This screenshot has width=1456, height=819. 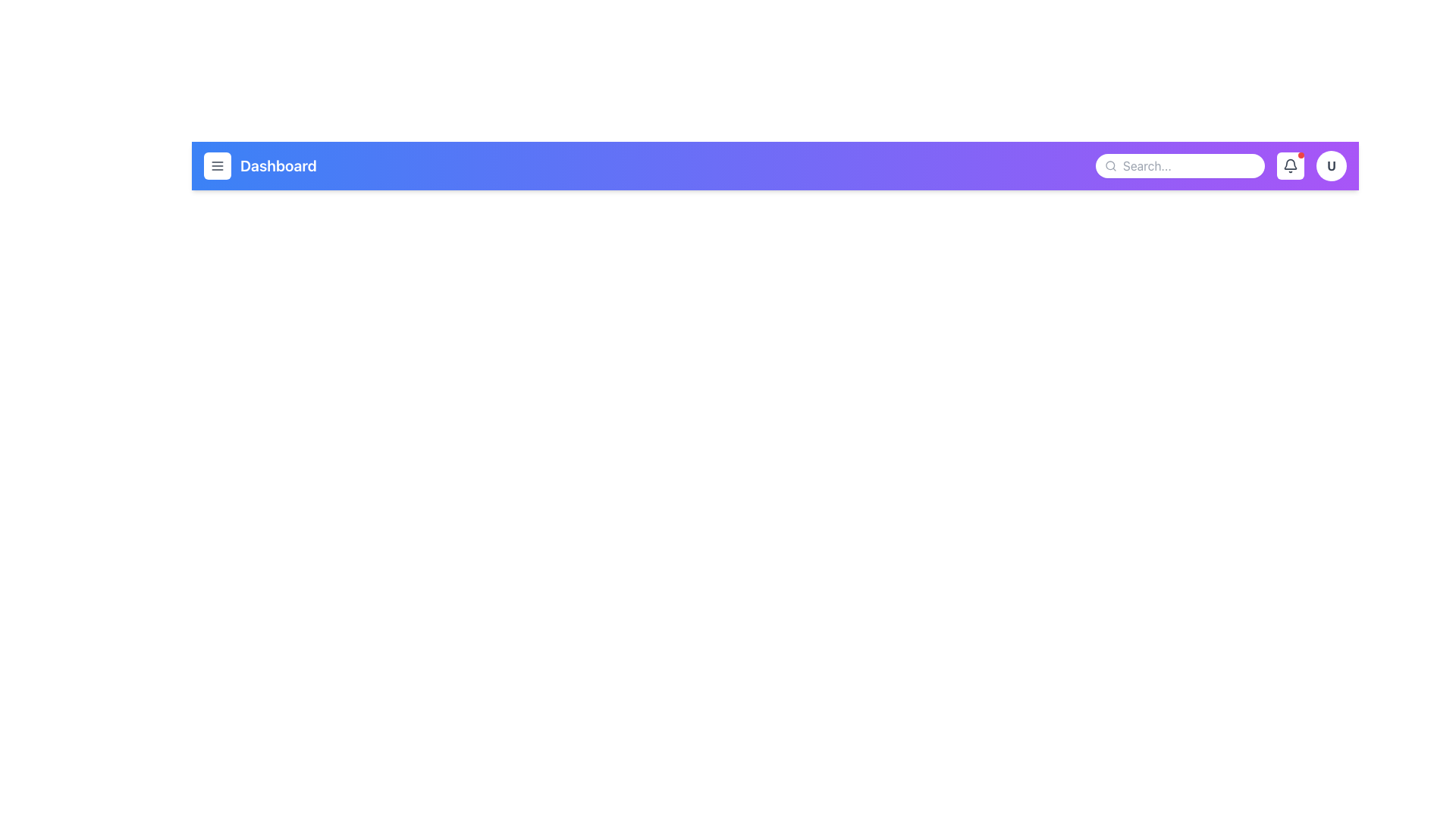 What do you see at coordinates (260, 166) in the screenshot?
I see `the 'Dashboard' button in the top-left corner of the gradient header bar` at bounding box center [260, 166].